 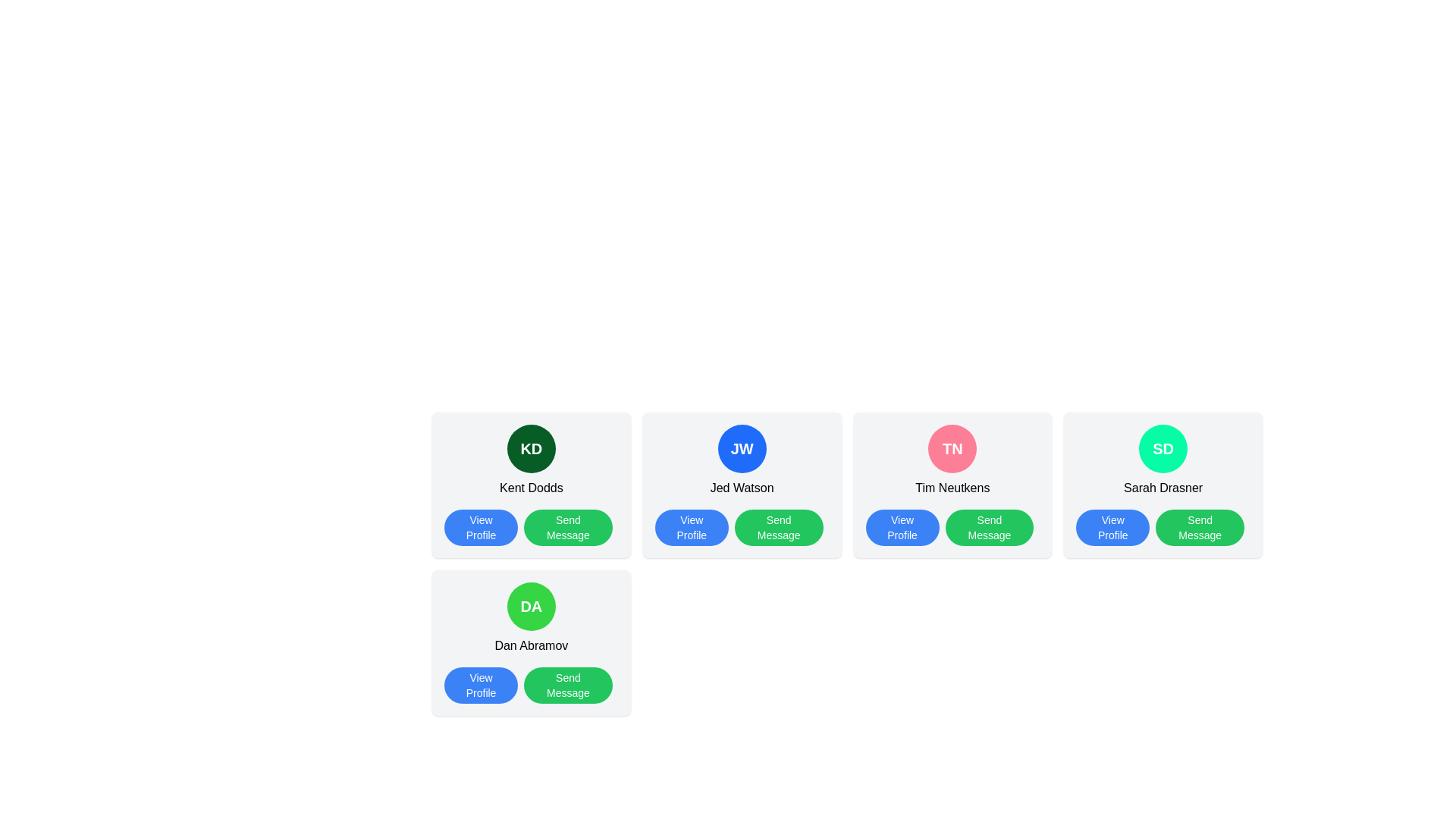 I want to click on the green 'Send Message' button, which is the second button located to the right of the 'View Profile' button in the user card, to change its color, so click(x=1199, y=526).